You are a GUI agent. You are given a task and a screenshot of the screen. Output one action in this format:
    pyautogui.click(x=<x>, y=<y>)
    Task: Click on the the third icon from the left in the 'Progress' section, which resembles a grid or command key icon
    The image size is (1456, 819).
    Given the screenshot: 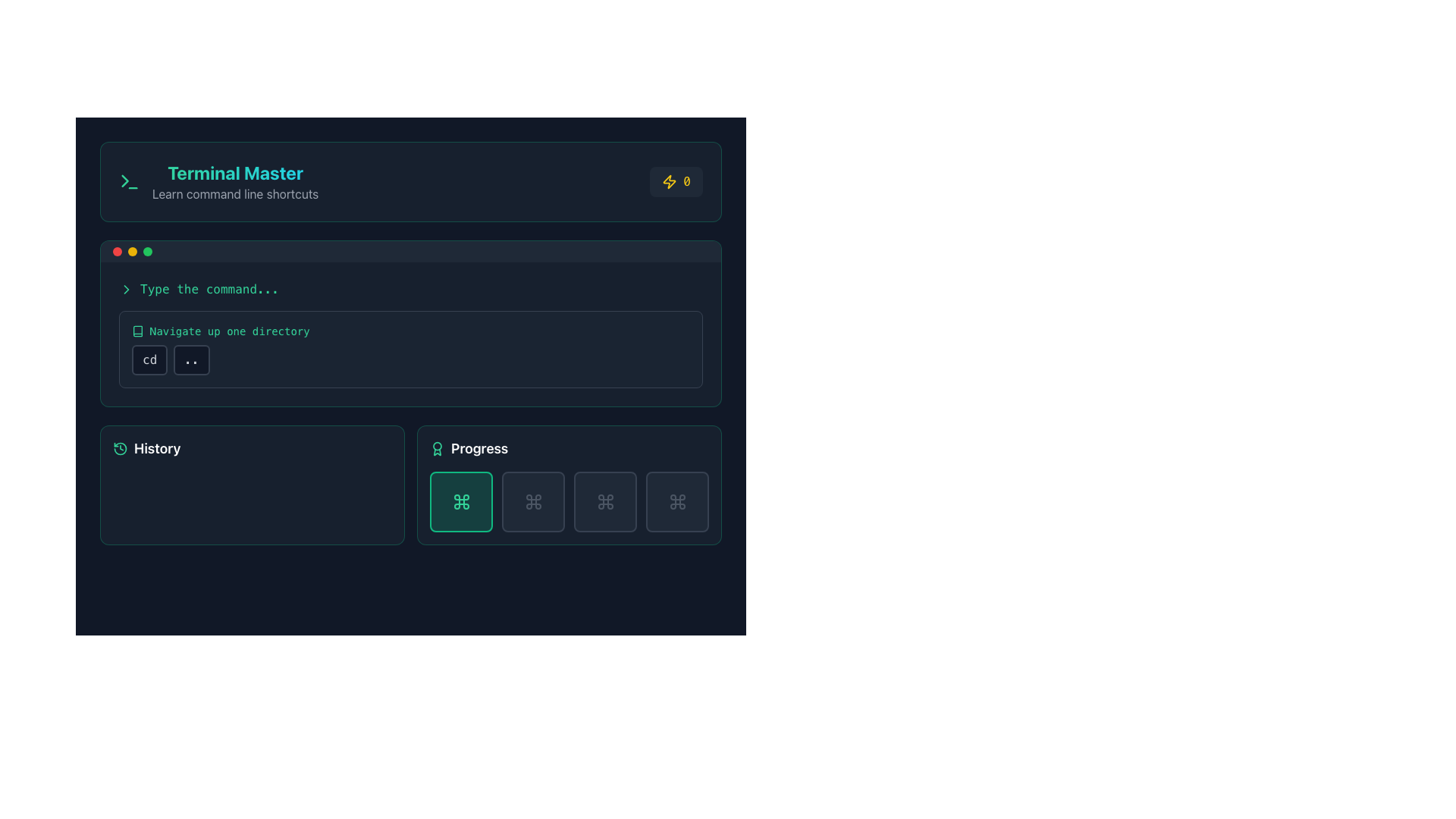 What is the action you would take?
    pyautogui.click(x=604, y=502)
    